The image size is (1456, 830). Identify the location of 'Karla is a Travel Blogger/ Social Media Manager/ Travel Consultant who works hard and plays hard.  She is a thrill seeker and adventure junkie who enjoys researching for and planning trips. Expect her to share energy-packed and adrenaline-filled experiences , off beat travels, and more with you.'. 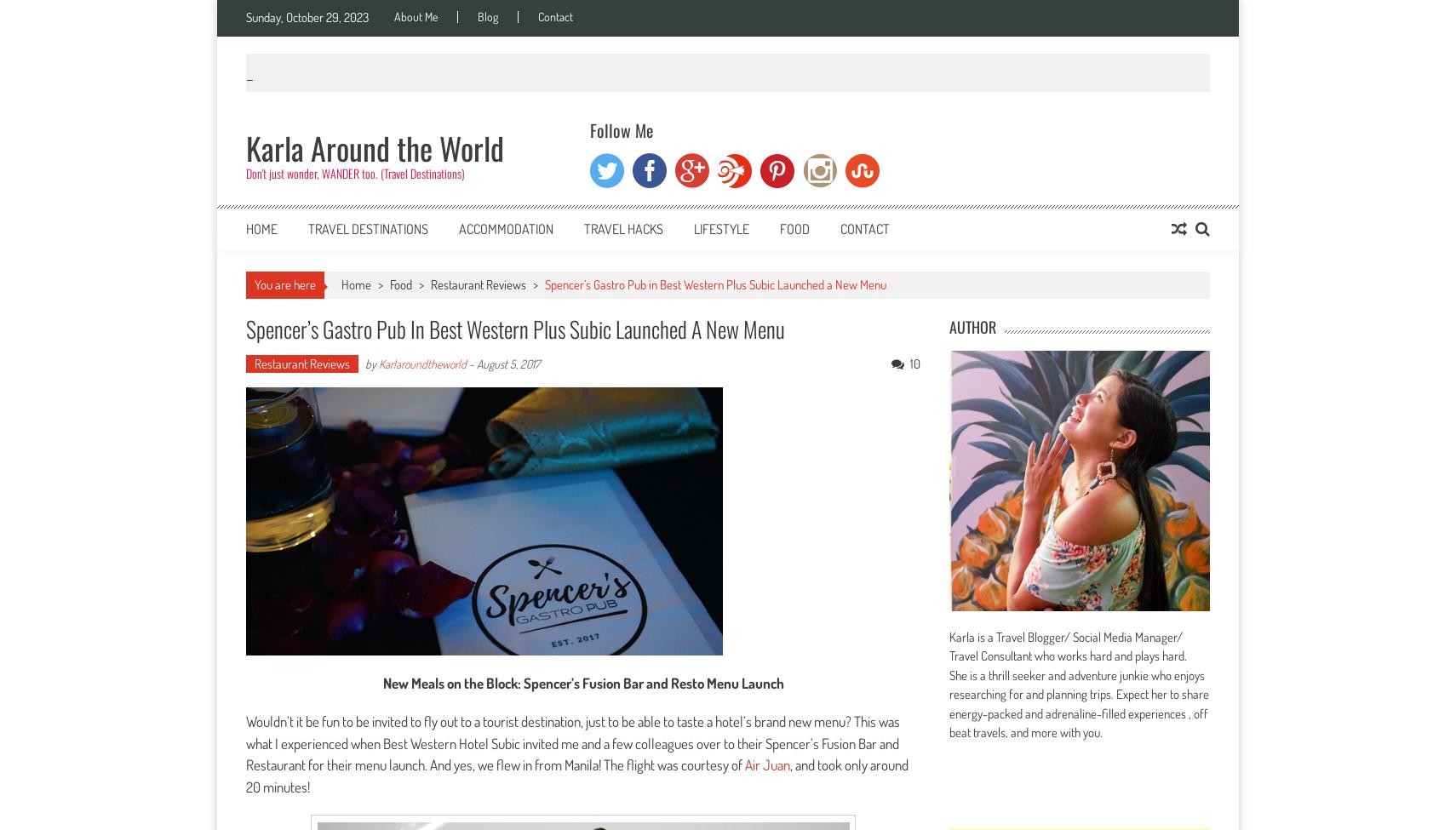
(1078, 684).